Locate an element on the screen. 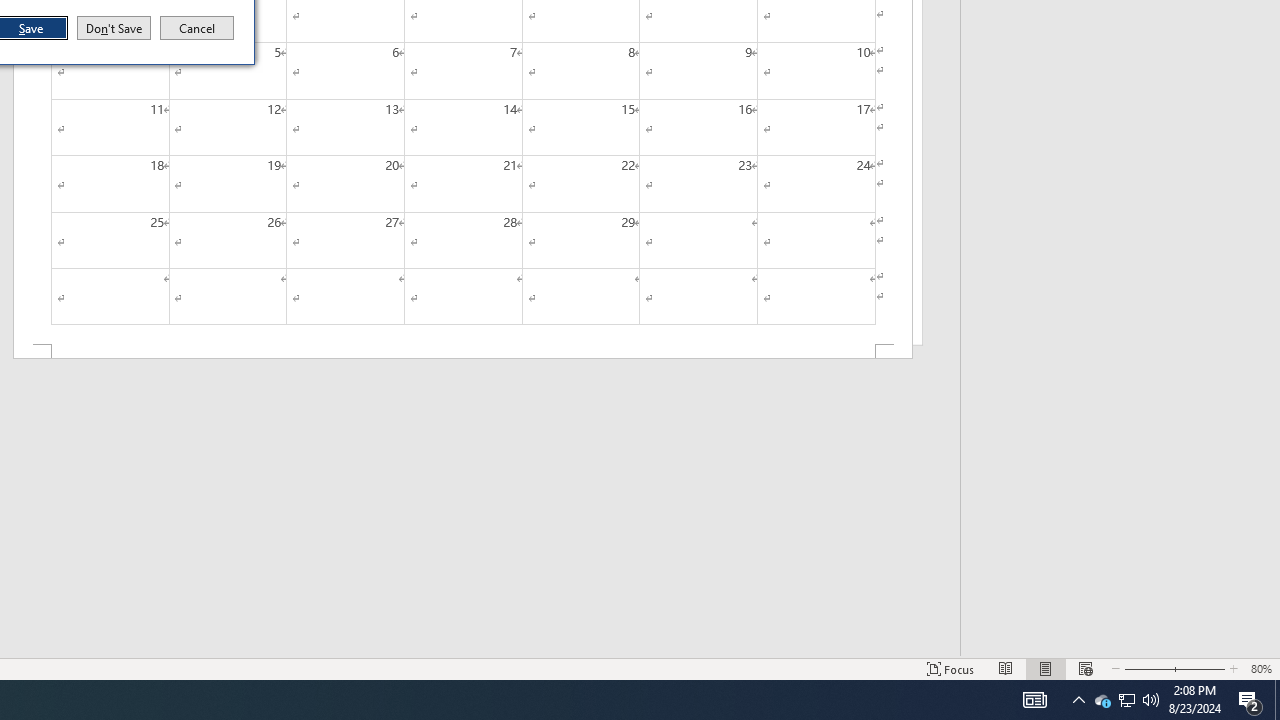 The width and height of the screenshot is (1280, 720). 'Cancel' is located at coordinates (197, 28).